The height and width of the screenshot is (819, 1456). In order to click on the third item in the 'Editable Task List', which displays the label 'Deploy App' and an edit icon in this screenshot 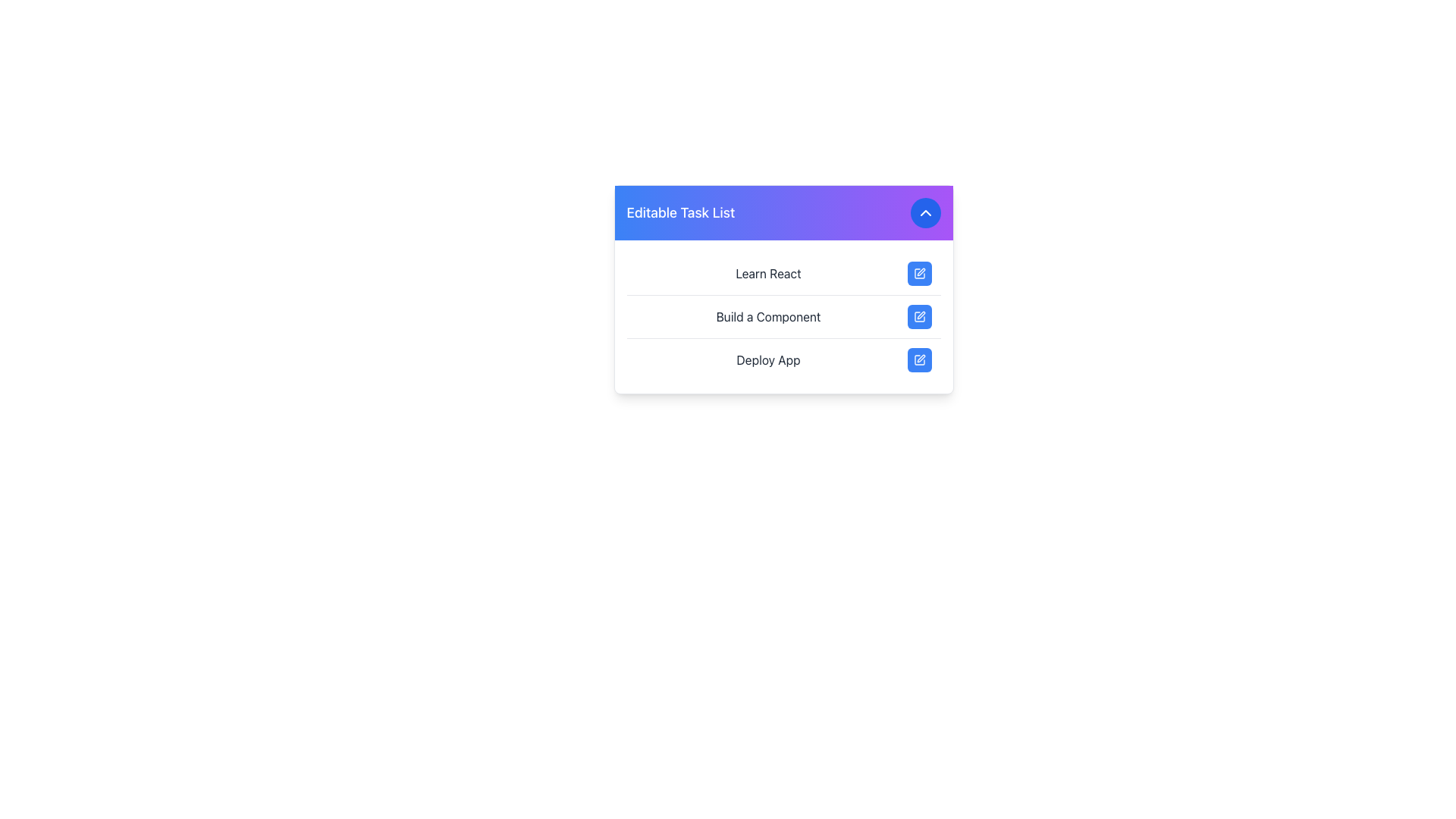, I will do `click(783, 359)`.